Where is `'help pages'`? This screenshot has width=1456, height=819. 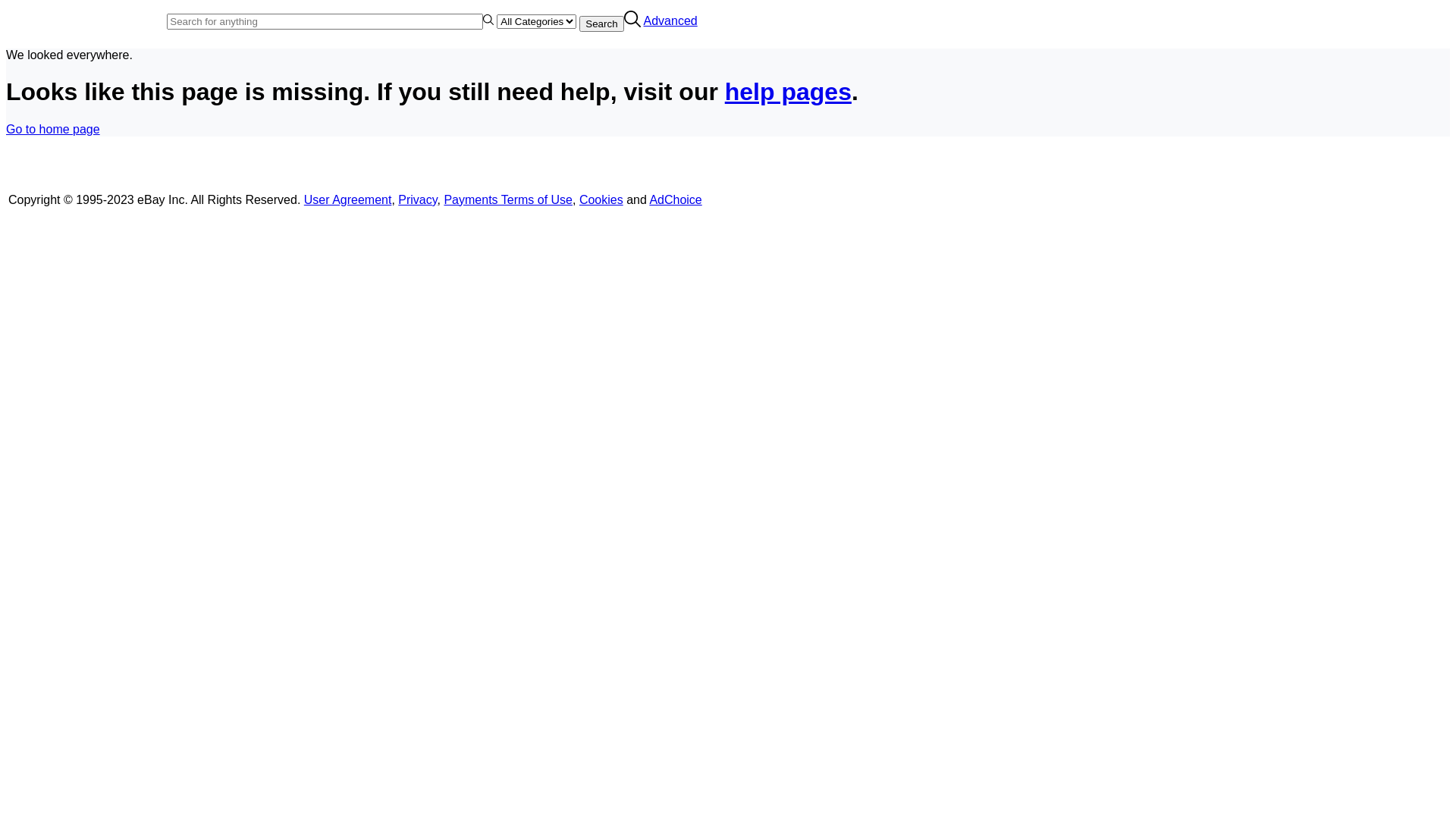 'help pages' is located at coordinates (788, 91).